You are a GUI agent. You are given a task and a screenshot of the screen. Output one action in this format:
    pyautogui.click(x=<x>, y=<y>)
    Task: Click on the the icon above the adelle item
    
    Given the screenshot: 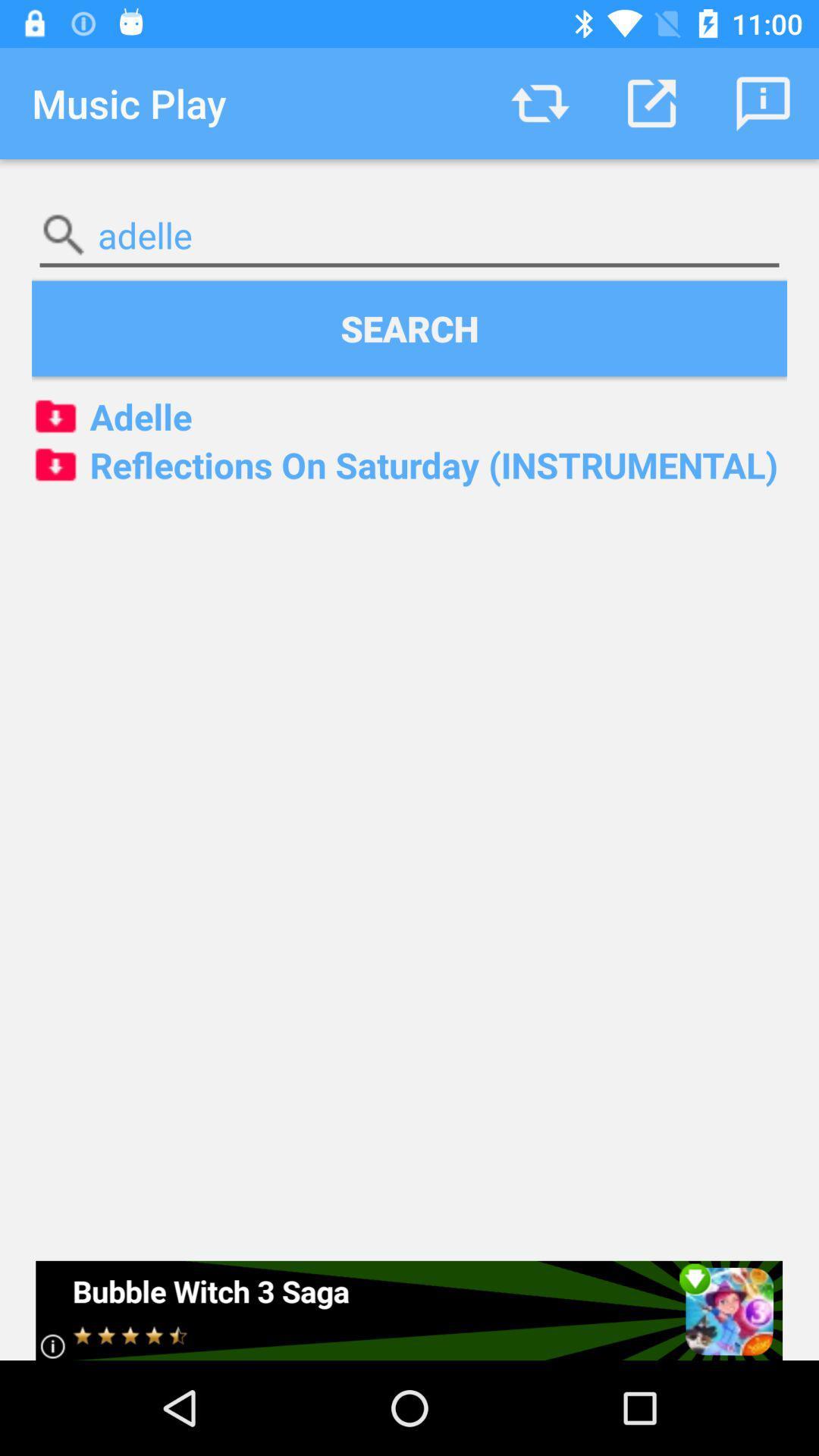 What is the action you would take?
    pyautogui.click(x=763, y=102)
    